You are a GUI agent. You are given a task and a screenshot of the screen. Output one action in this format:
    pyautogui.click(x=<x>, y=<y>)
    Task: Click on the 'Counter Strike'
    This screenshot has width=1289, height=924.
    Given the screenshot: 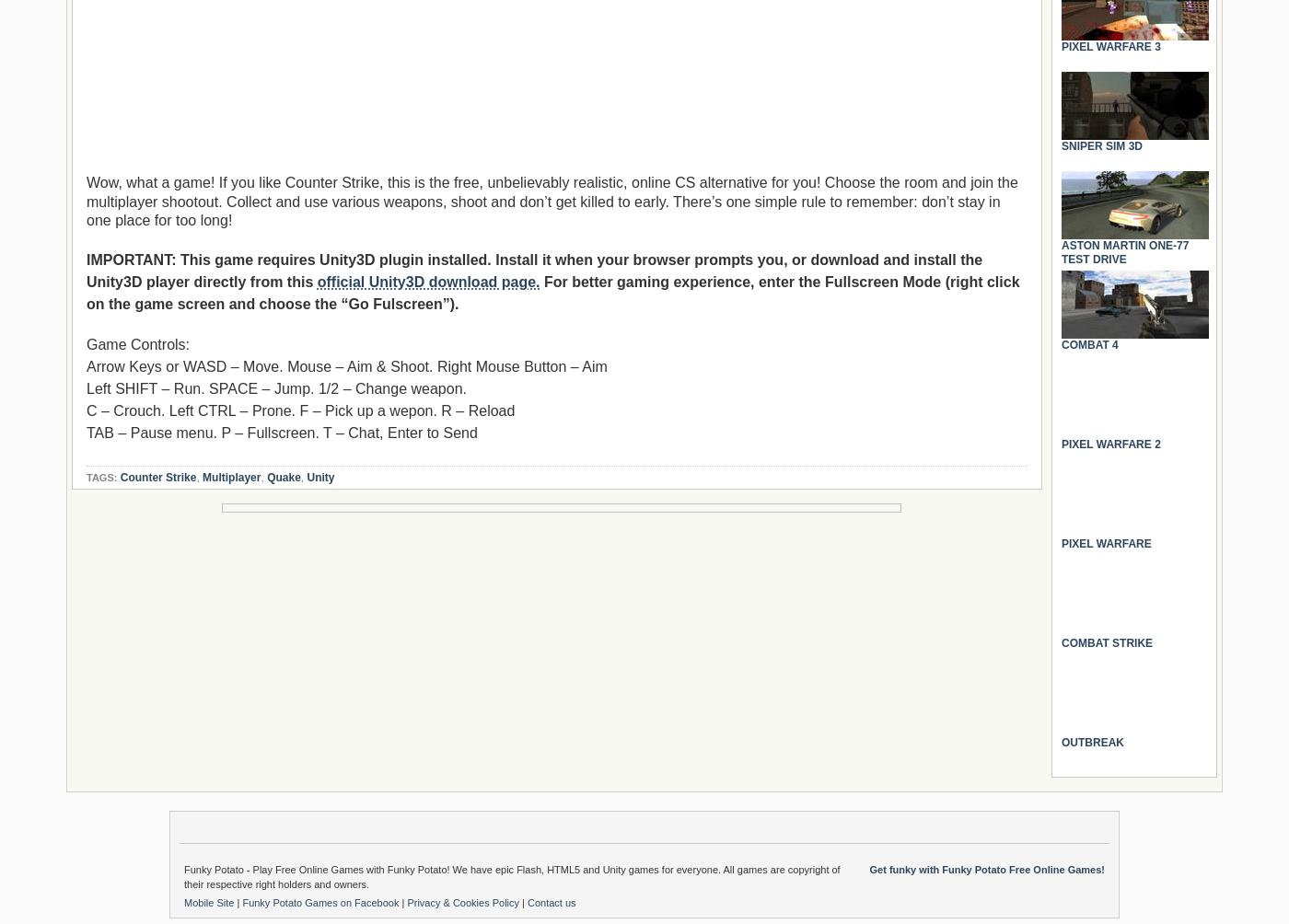 What is the action you would take?
    pyautogui.click(x=157, y=477)
    